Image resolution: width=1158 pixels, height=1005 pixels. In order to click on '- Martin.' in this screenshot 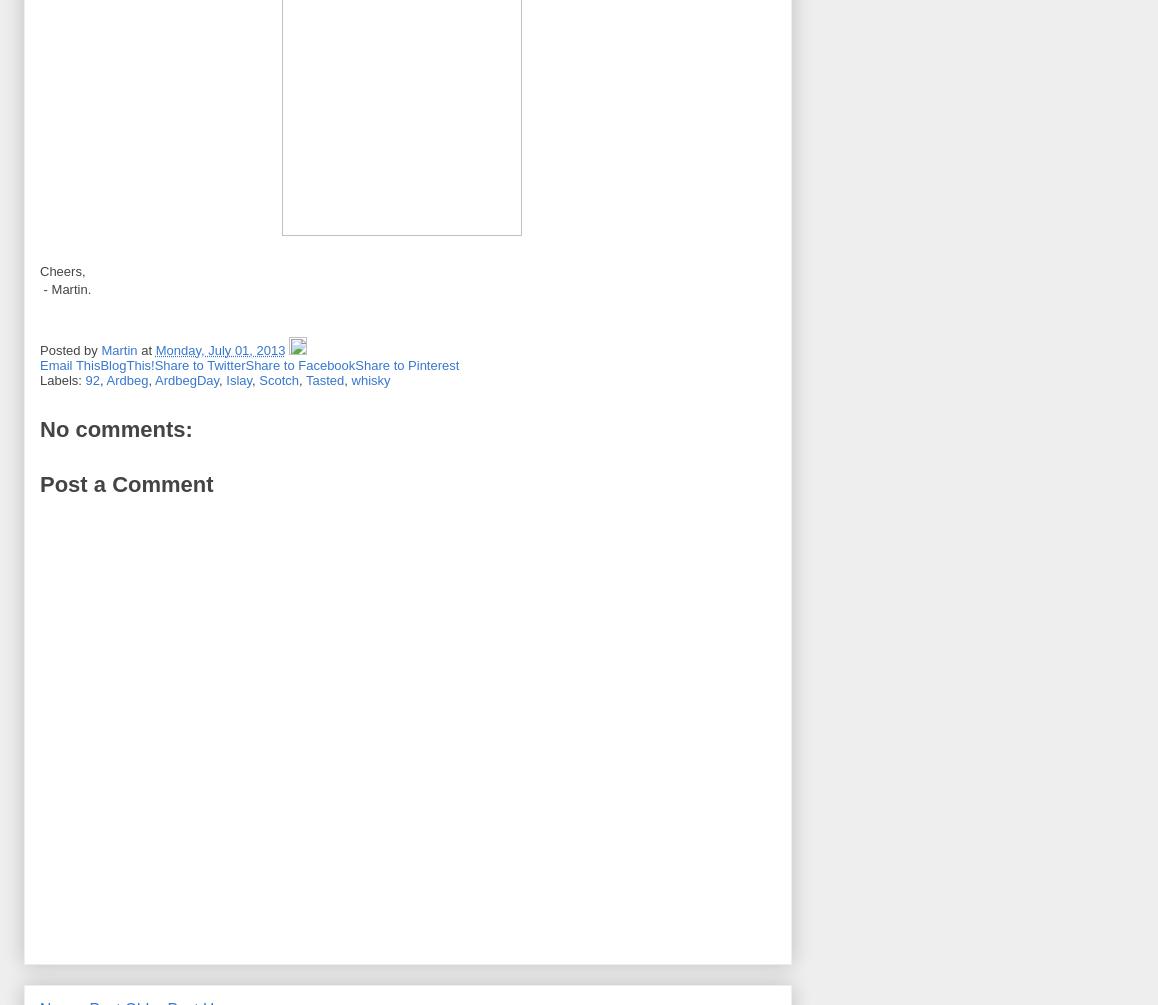, I will do `click(65, 287)`.